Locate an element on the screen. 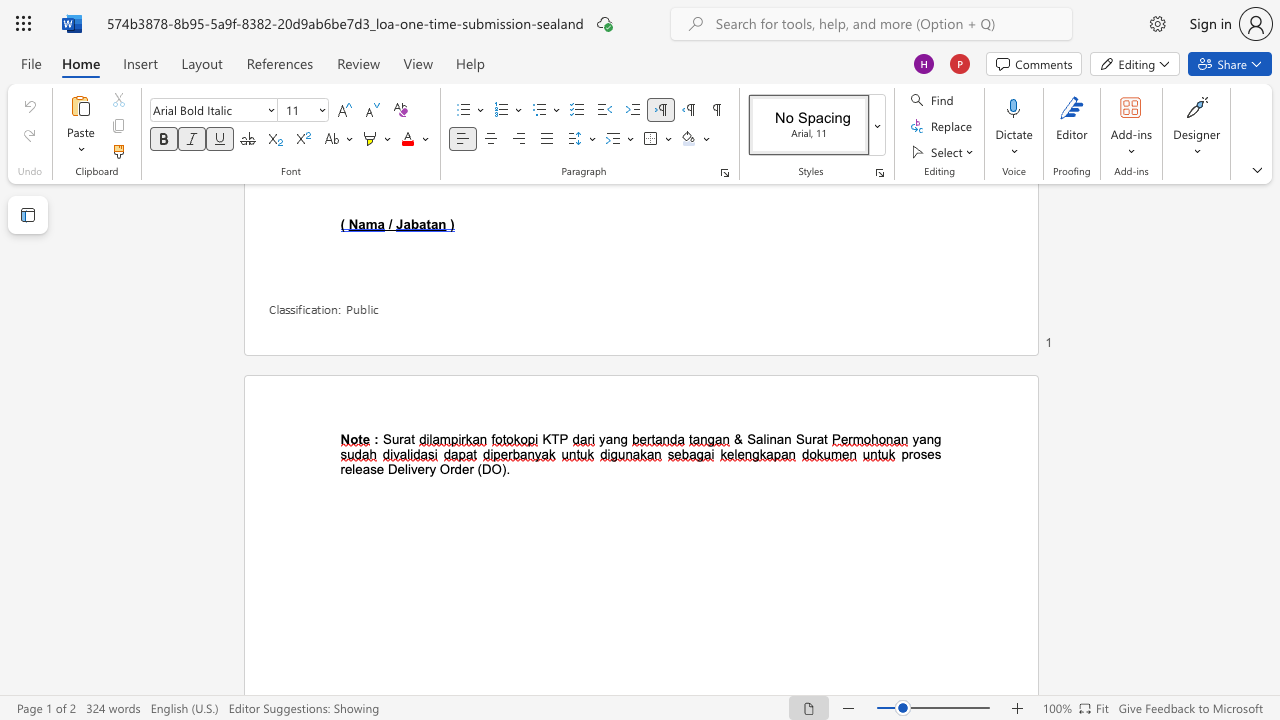  the subset text "e Delivery Order" within the text "release Delivery Order (DO)" is located at coordinates (376, 469).